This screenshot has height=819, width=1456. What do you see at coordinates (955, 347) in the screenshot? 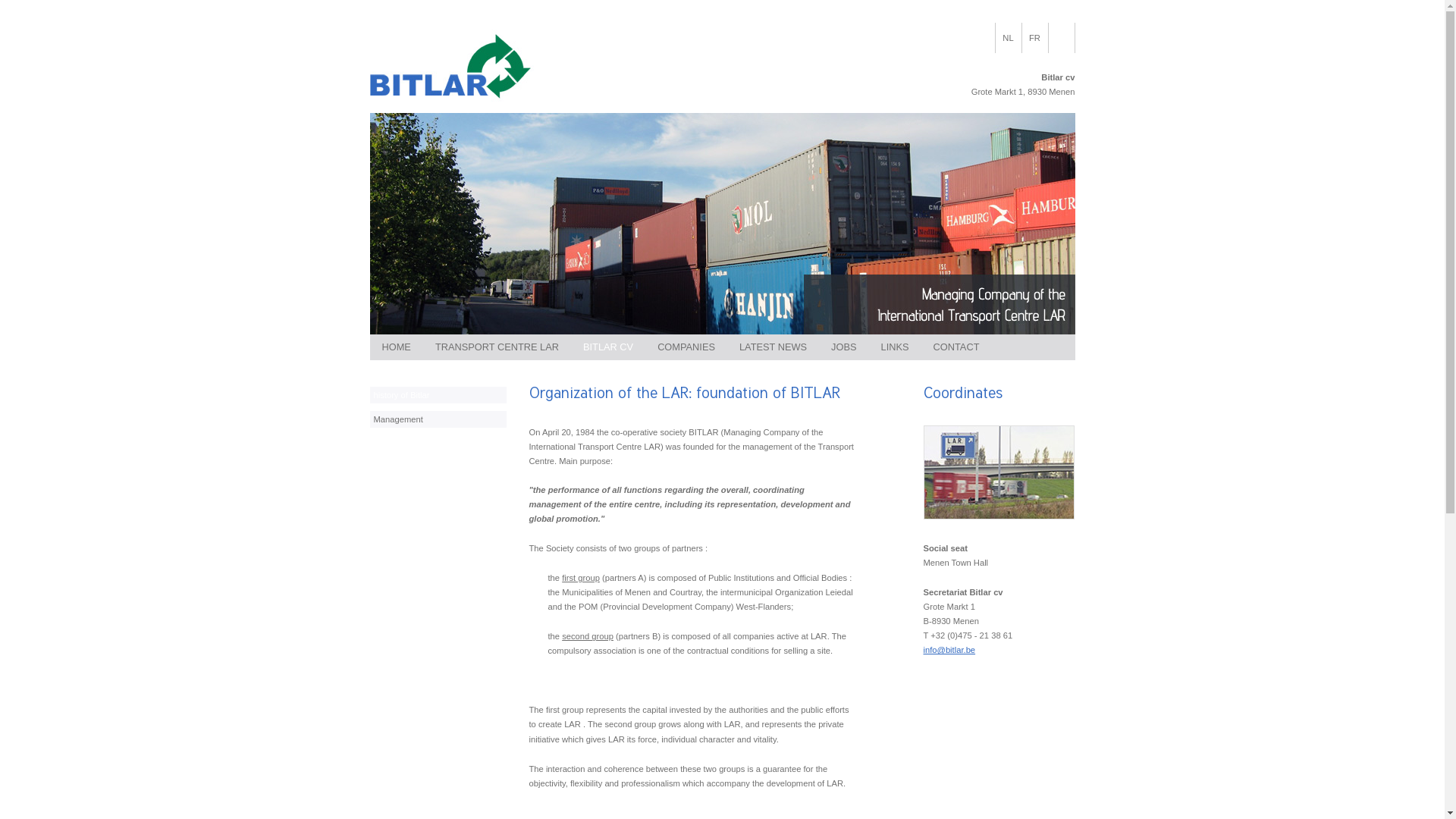
I see `'CONTACT'` at bounding box center [955, 347].